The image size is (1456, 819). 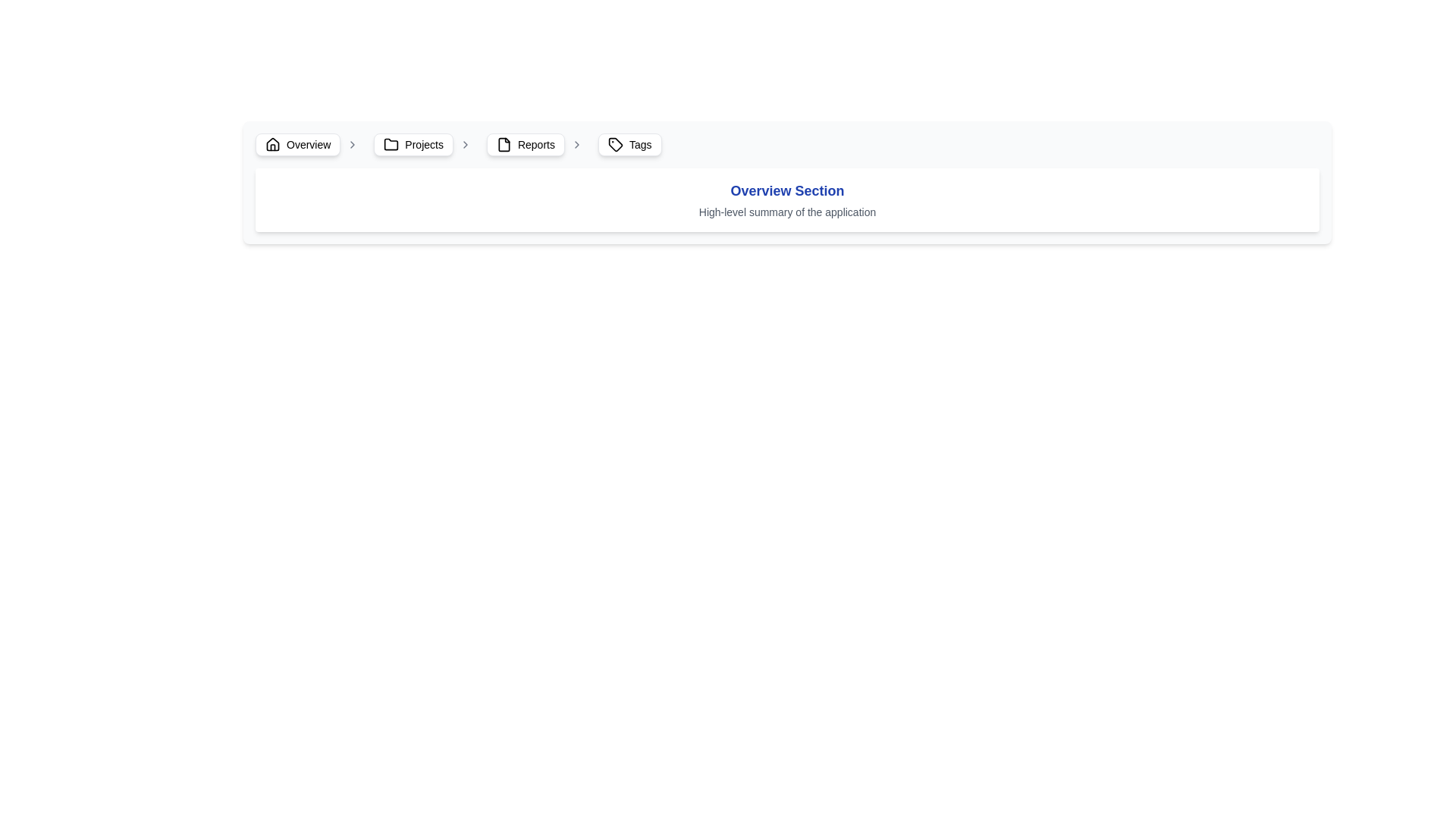 I want to click on the 'Reports' section icon, which is a file symbol located in the breadcrumb navigation bar between 'Projects' and 'Tags', so click(x=504, y=145).